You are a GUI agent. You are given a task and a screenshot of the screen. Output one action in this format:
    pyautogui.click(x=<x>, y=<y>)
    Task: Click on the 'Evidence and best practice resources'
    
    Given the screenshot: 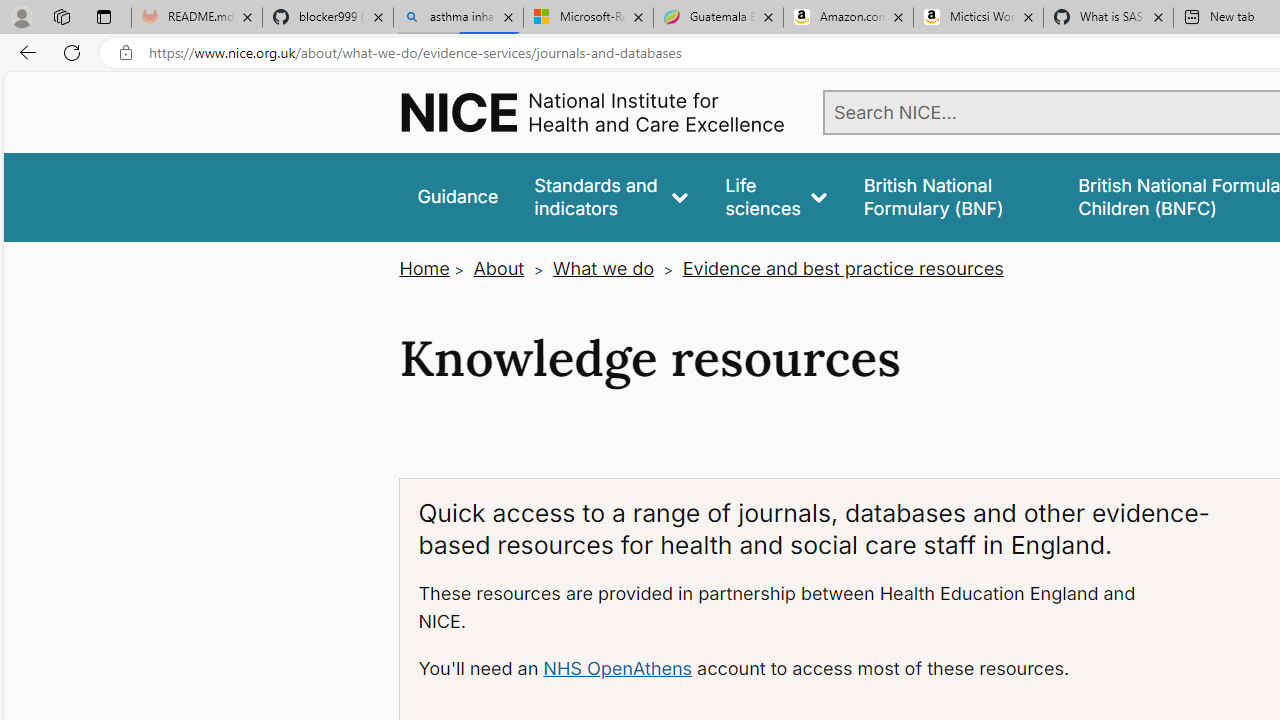 What is the action you would take?
    pyautogui.click(x=842, y=267)
    